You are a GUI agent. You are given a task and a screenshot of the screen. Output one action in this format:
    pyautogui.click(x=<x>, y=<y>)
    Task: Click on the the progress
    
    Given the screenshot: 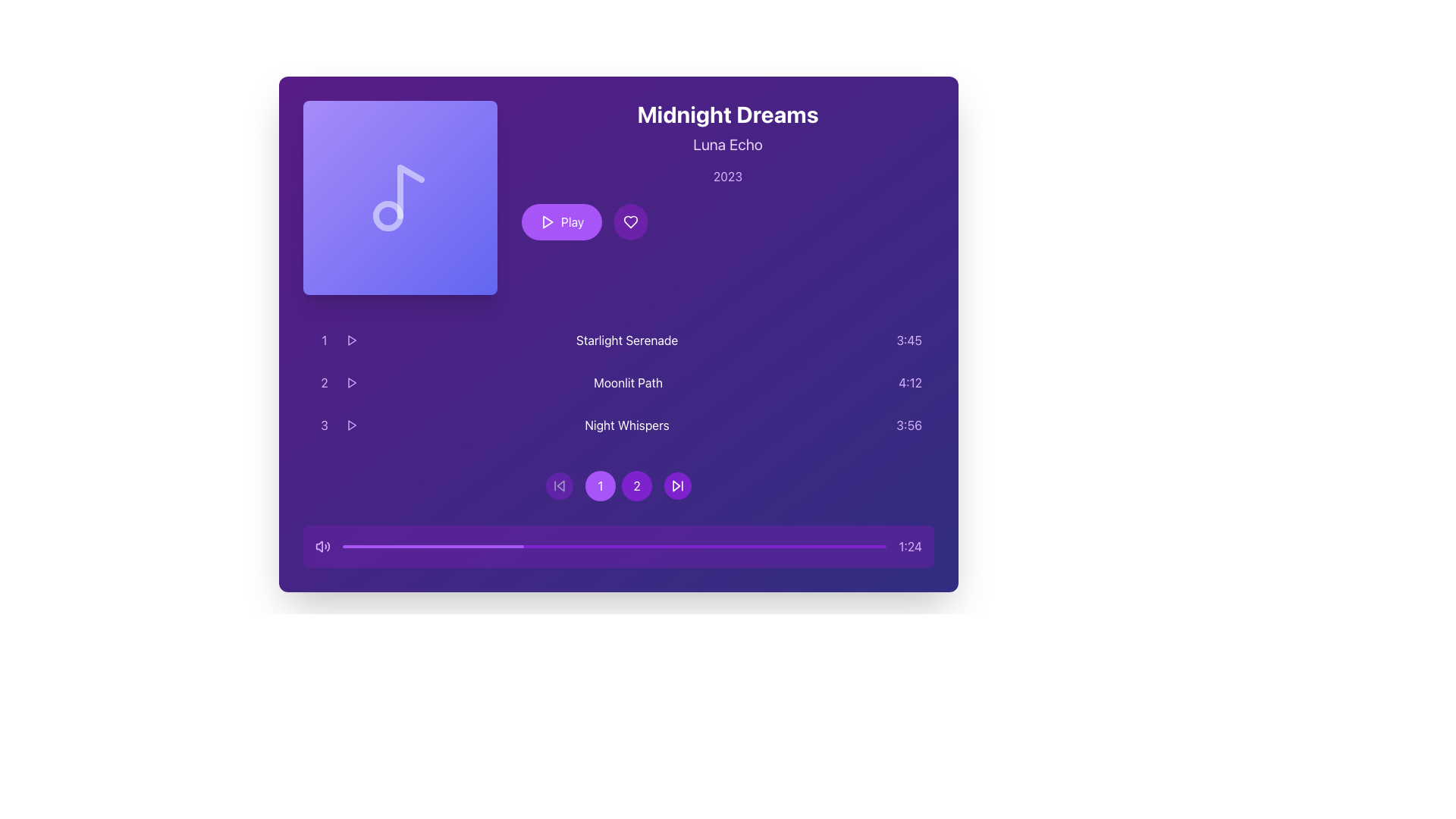 What is the action you would take?
    pyautogui.click(x=436, y=547)
    